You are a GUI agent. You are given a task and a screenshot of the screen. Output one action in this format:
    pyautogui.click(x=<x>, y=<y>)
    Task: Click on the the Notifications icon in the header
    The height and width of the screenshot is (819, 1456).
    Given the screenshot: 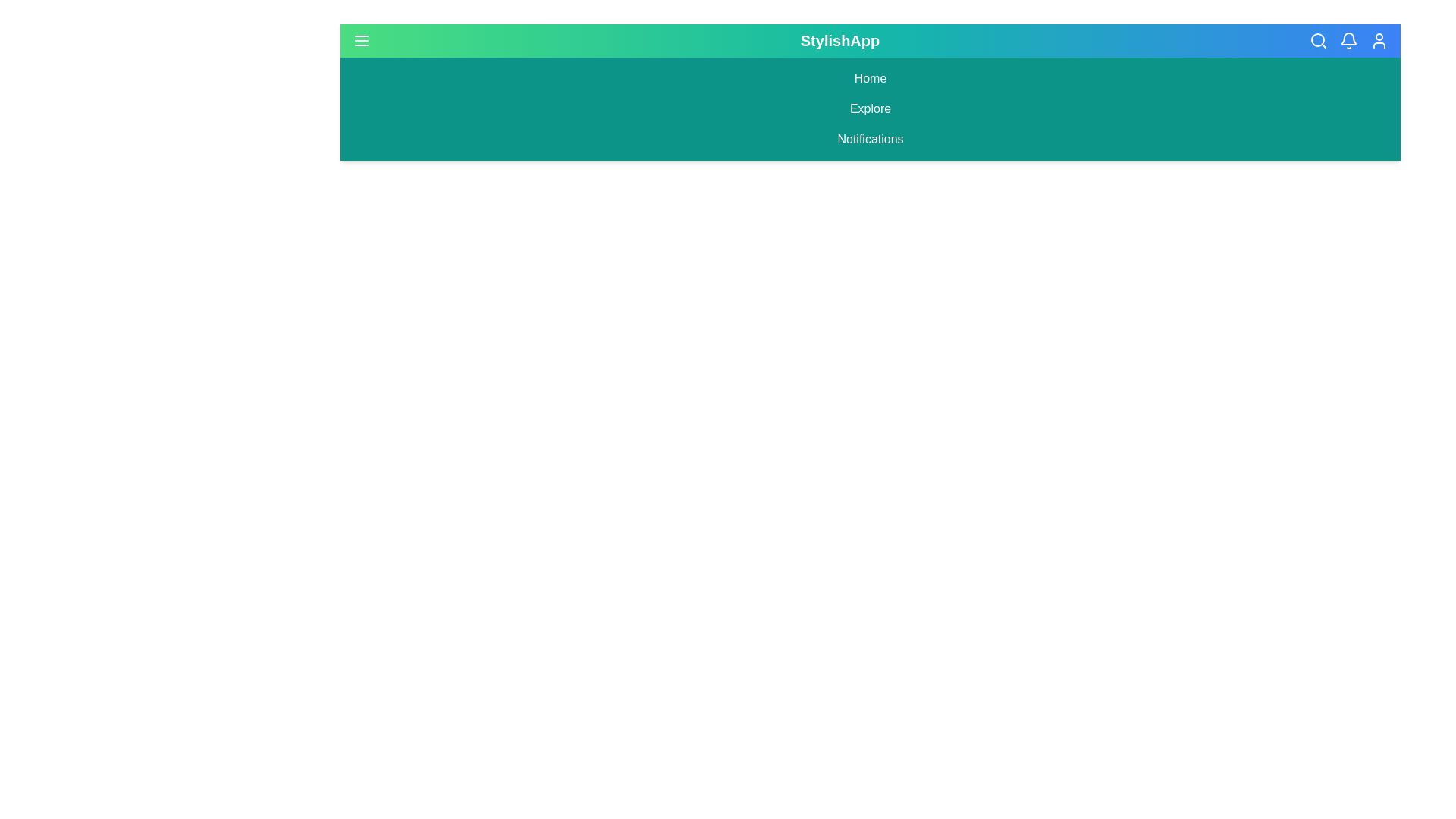 What is the action you would take?
    pyautogui.click(x=1348, y=40)
    